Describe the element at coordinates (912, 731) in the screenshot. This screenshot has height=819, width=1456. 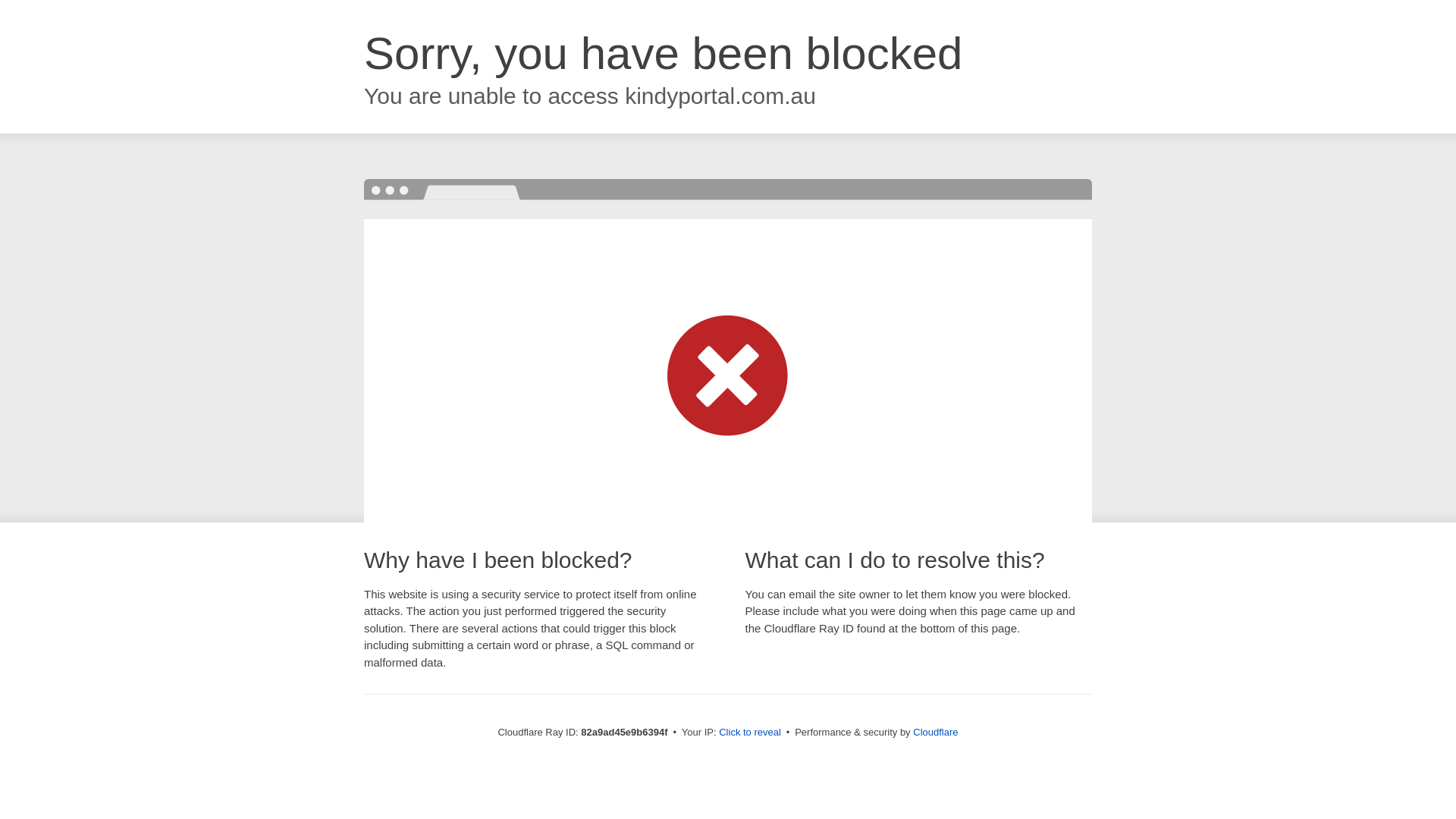
I see `'Cloudflare'` at that location.